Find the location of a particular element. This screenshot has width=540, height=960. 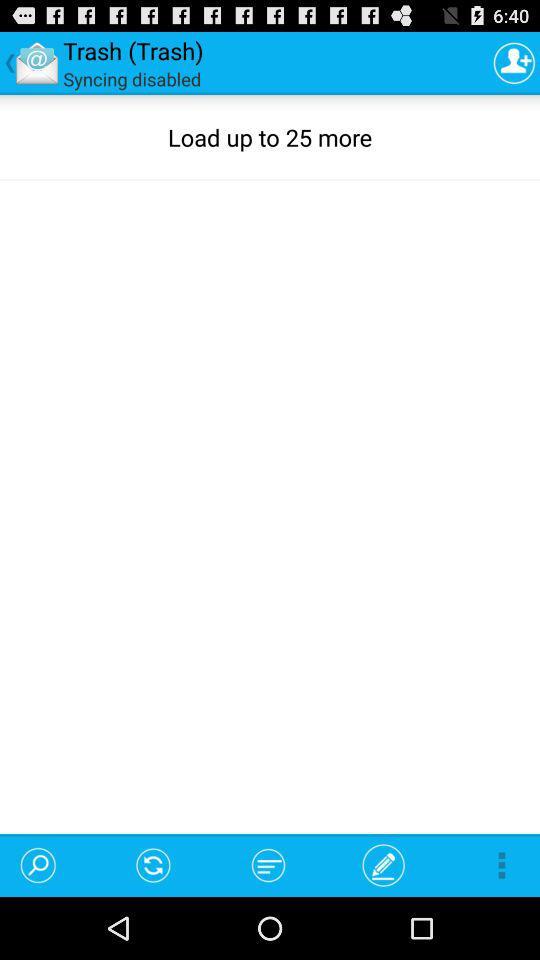

a group is located at coordinates (514, 62).